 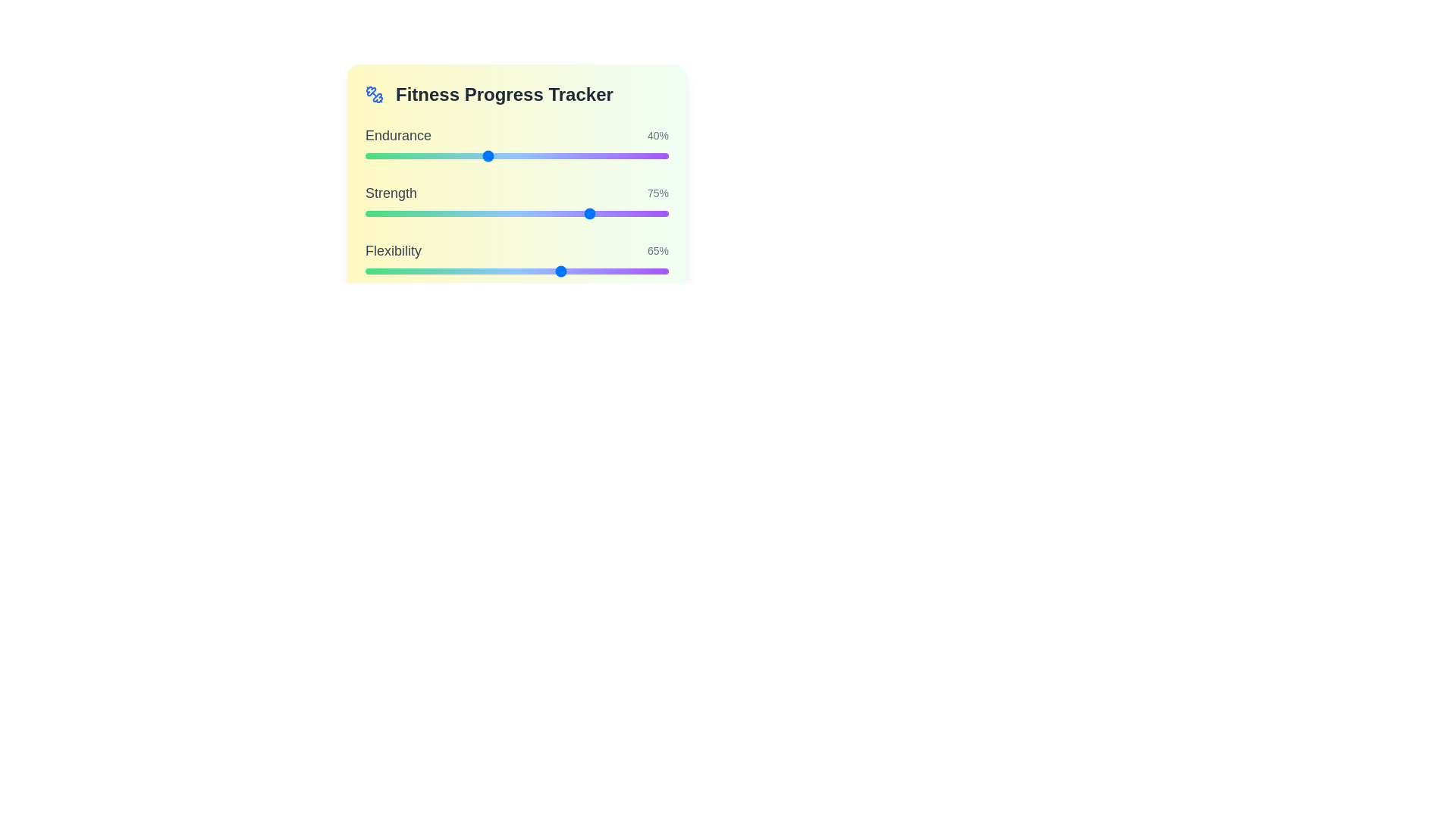 What do you see at coordinates (487, 155) in the screenshot?
I see `endurance` at bounding box center [487, 155].